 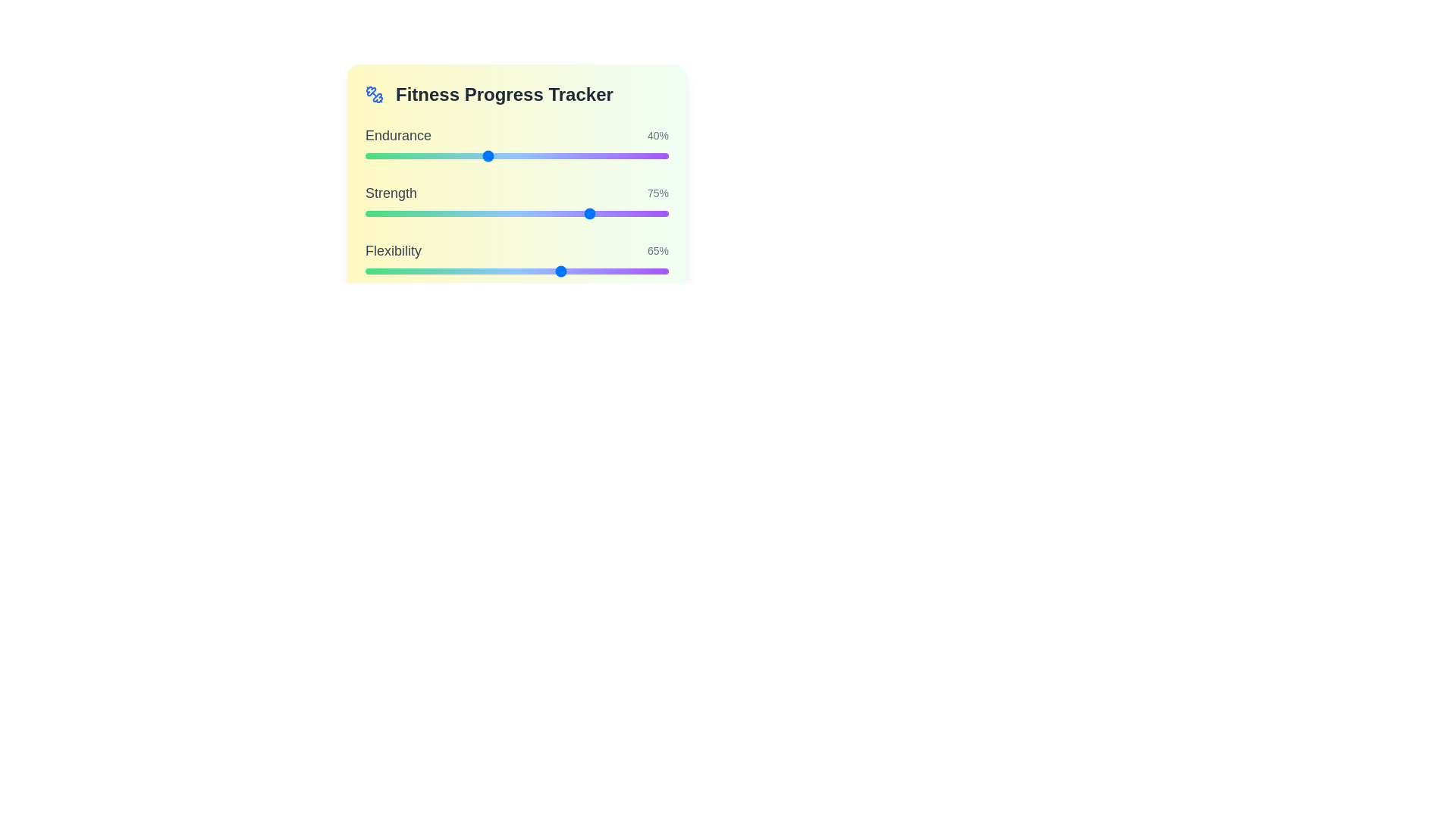 What do you see at coordinates (487, 155) in the screenshot?
I see `endurance` at bounding box center [487, 155].